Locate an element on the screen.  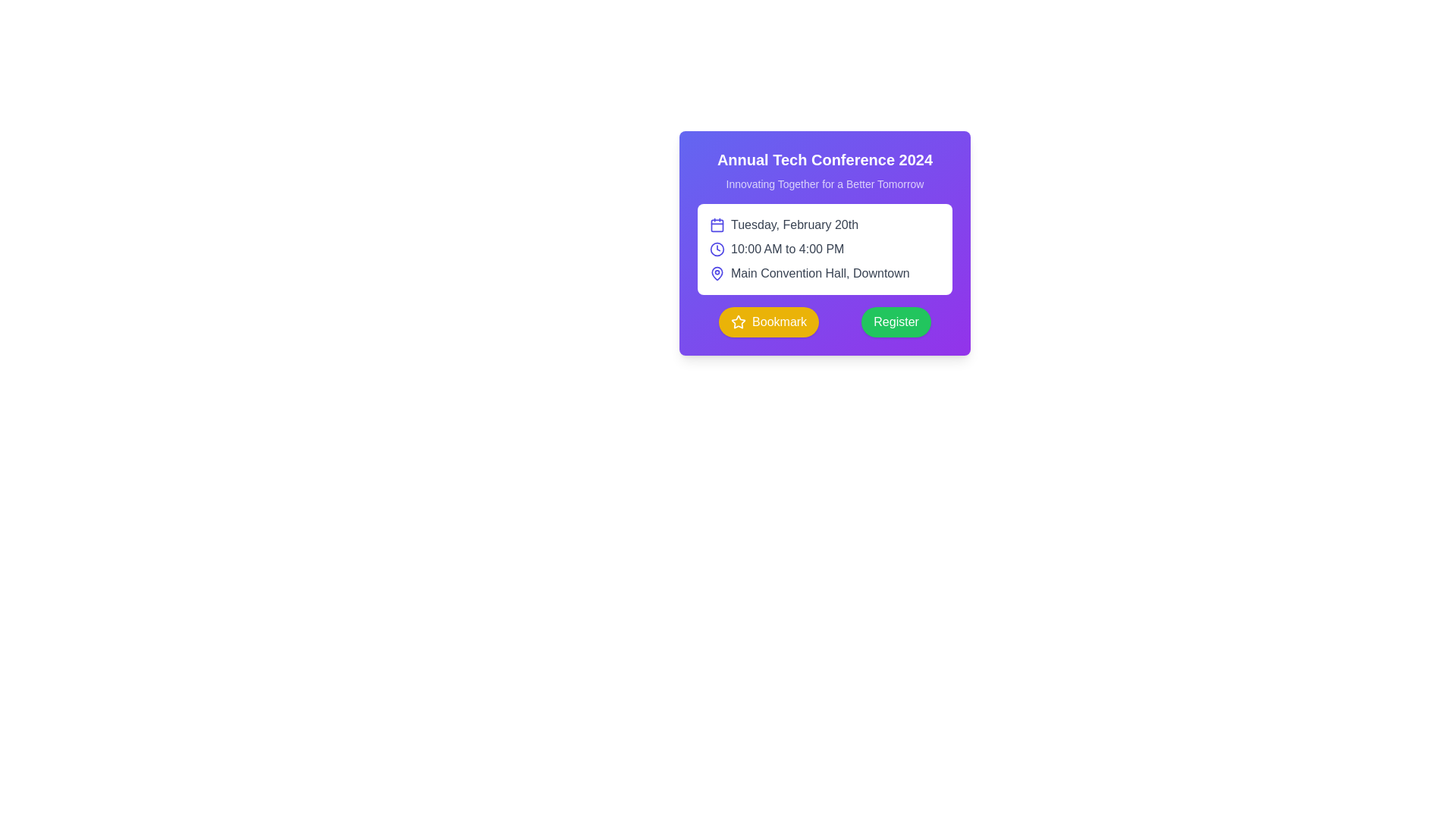
the circular SVG element representing the clock icon located near the text '10:00 AM to 4:00 PM' in the second row of the description card is located at coordinates (716, 248).